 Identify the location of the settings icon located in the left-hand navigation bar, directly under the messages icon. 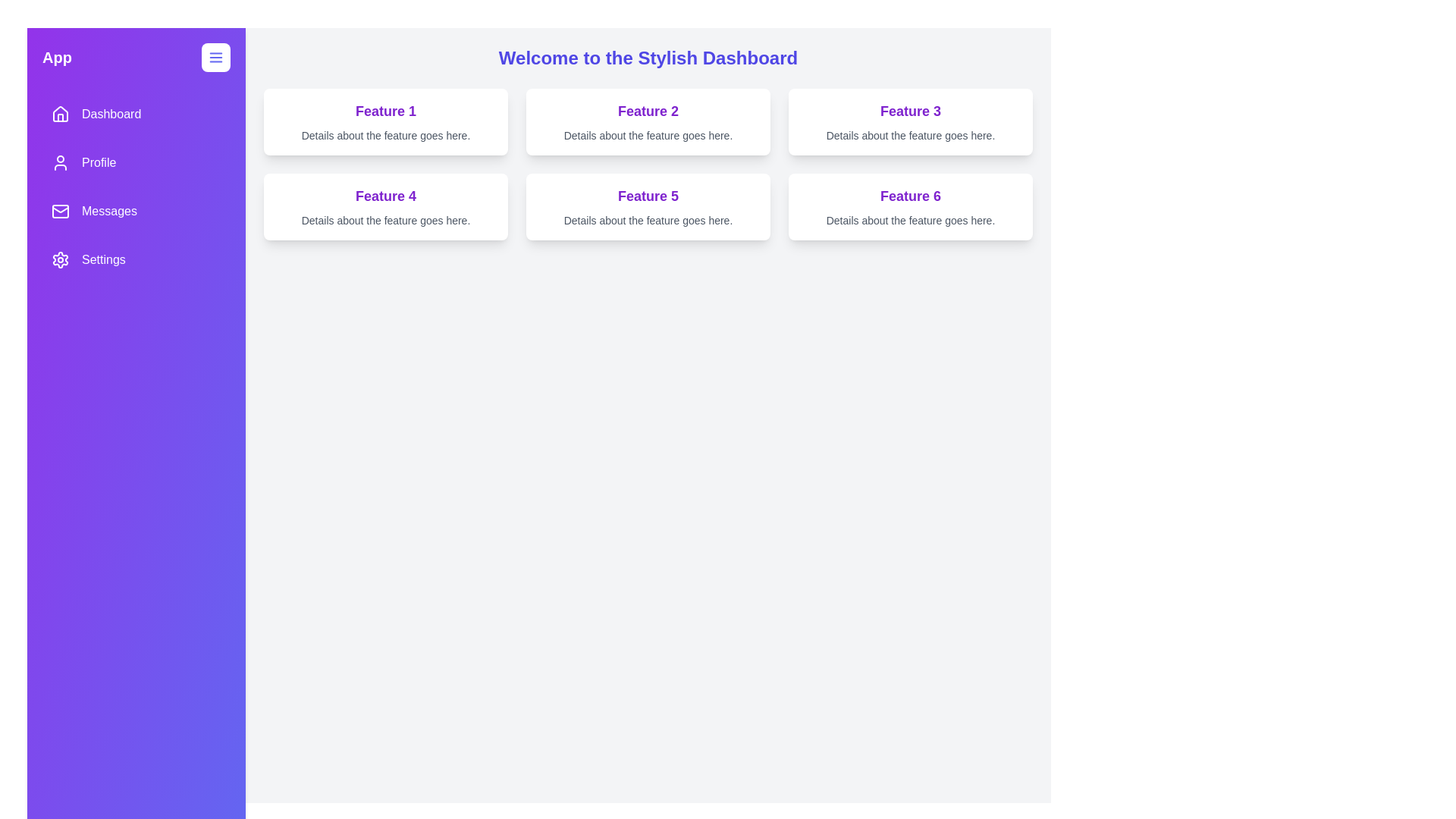
(61, 259).